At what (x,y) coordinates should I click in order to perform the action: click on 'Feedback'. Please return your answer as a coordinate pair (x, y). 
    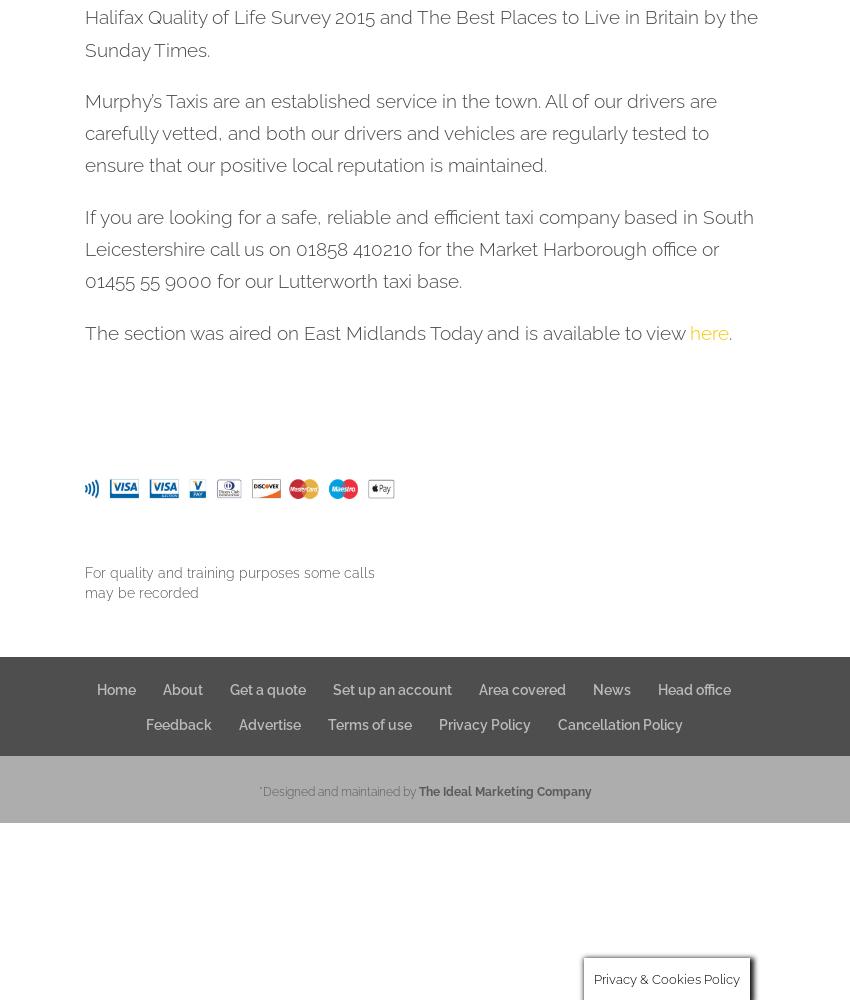
    Looking at the image, I should click on (176, 723).